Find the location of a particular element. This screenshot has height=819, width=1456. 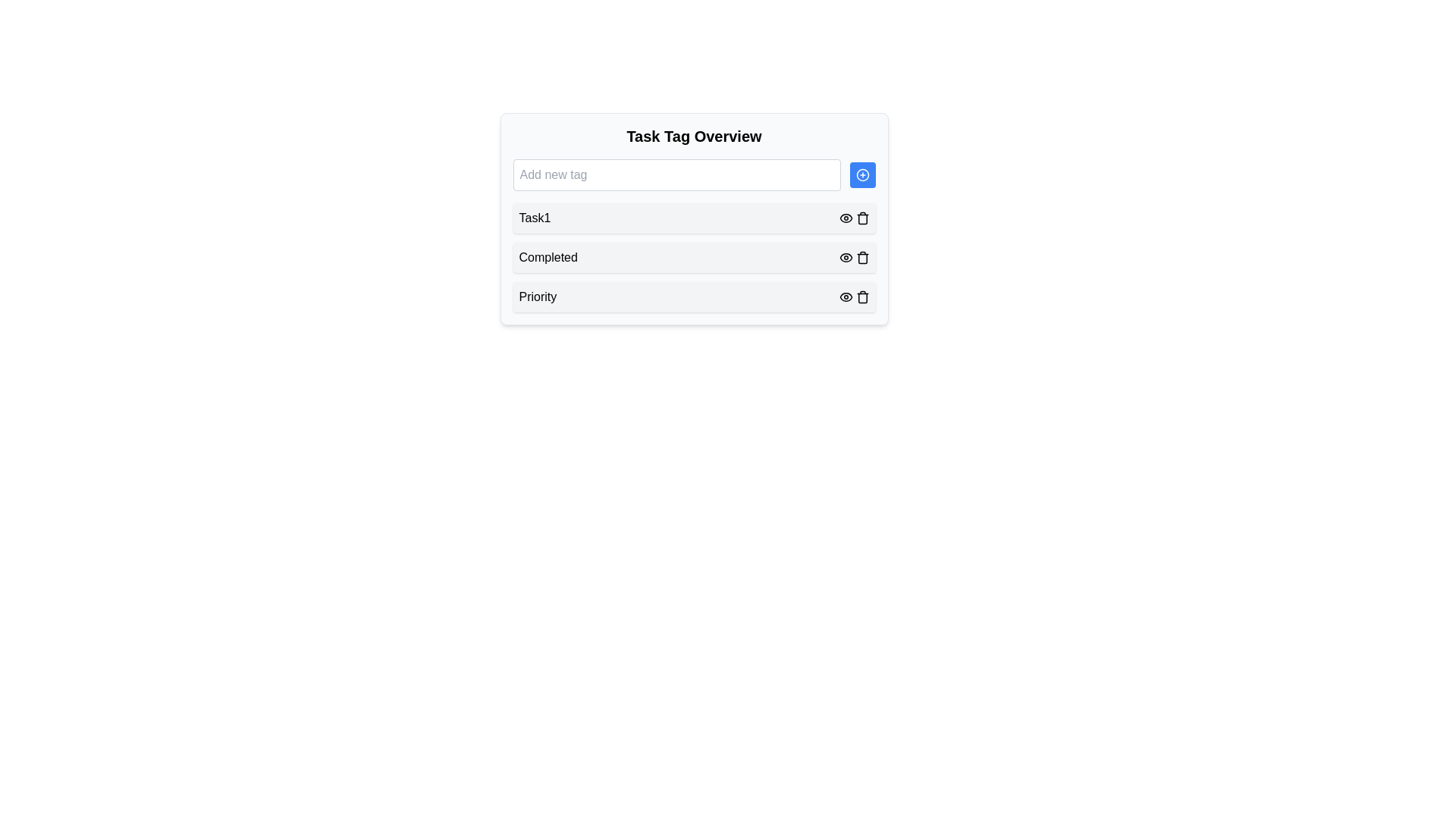

the toggle visibility button for the 'Completed' item, located is located at coordinates (845, 256).